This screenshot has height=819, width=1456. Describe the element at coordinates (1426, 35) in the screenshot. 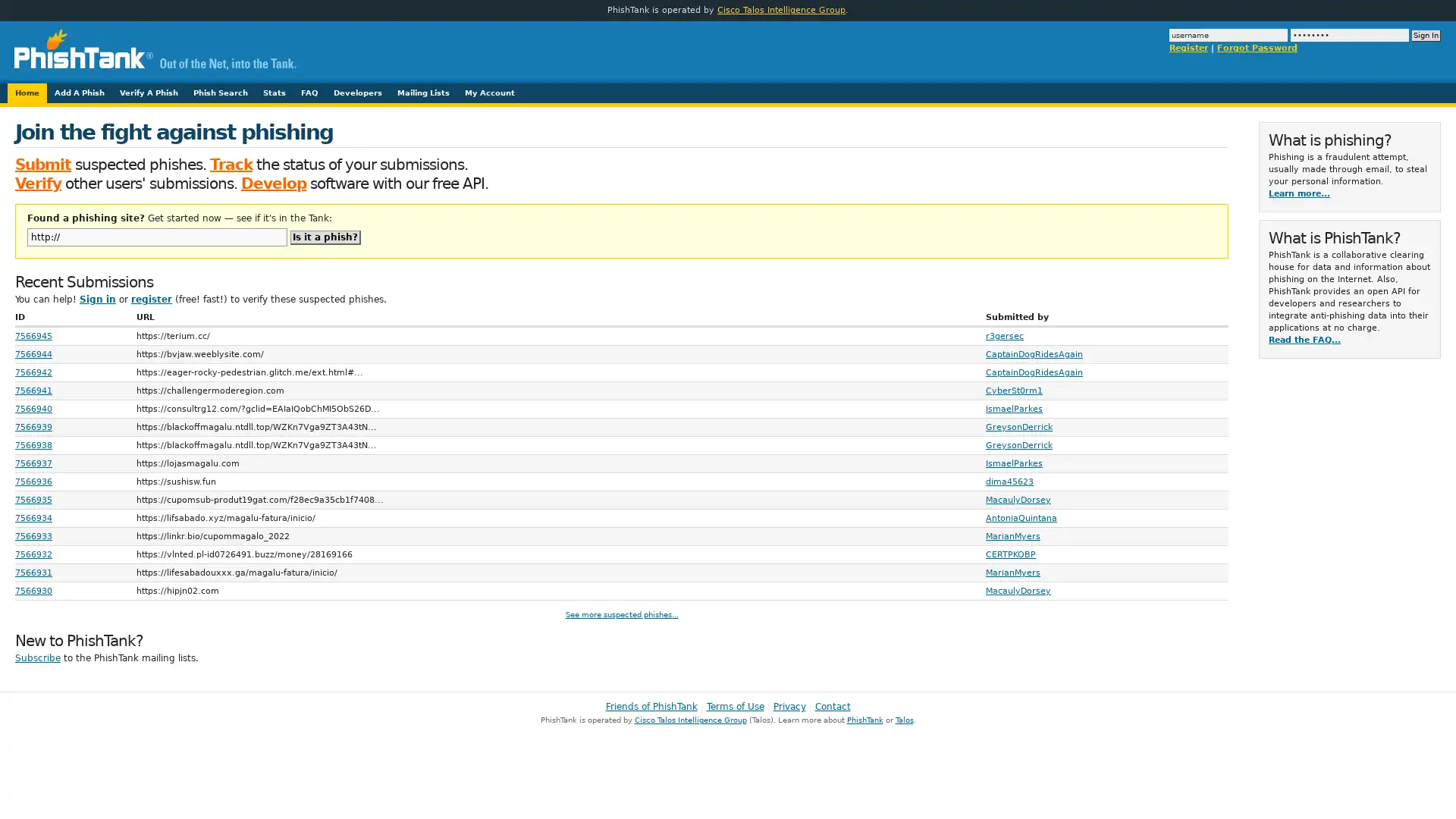

I see `Sign In` at that location.